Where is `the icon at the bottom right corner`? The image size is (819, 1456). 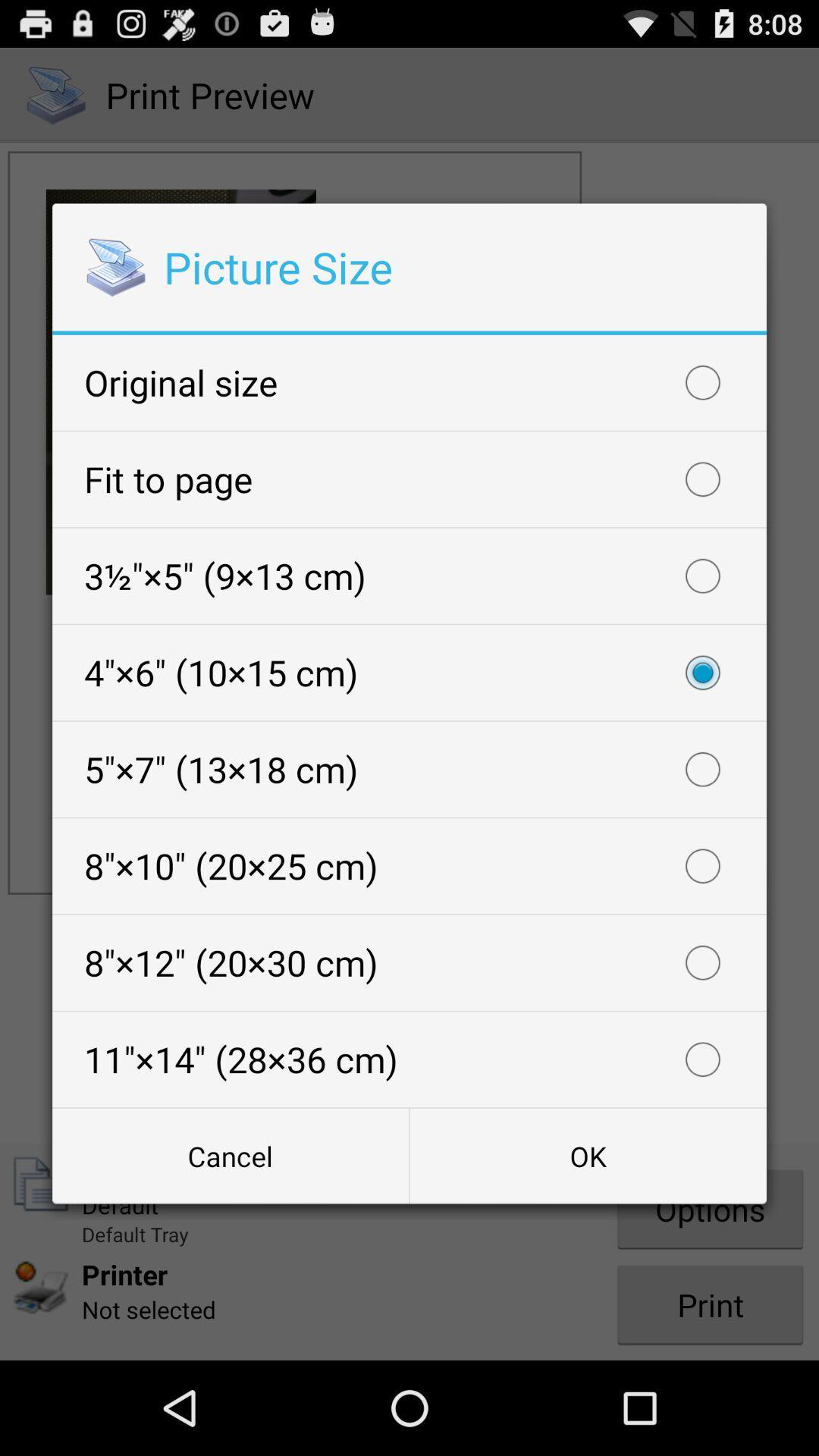 the icon at the bottom right corner is located at coordinates (587, 1155).